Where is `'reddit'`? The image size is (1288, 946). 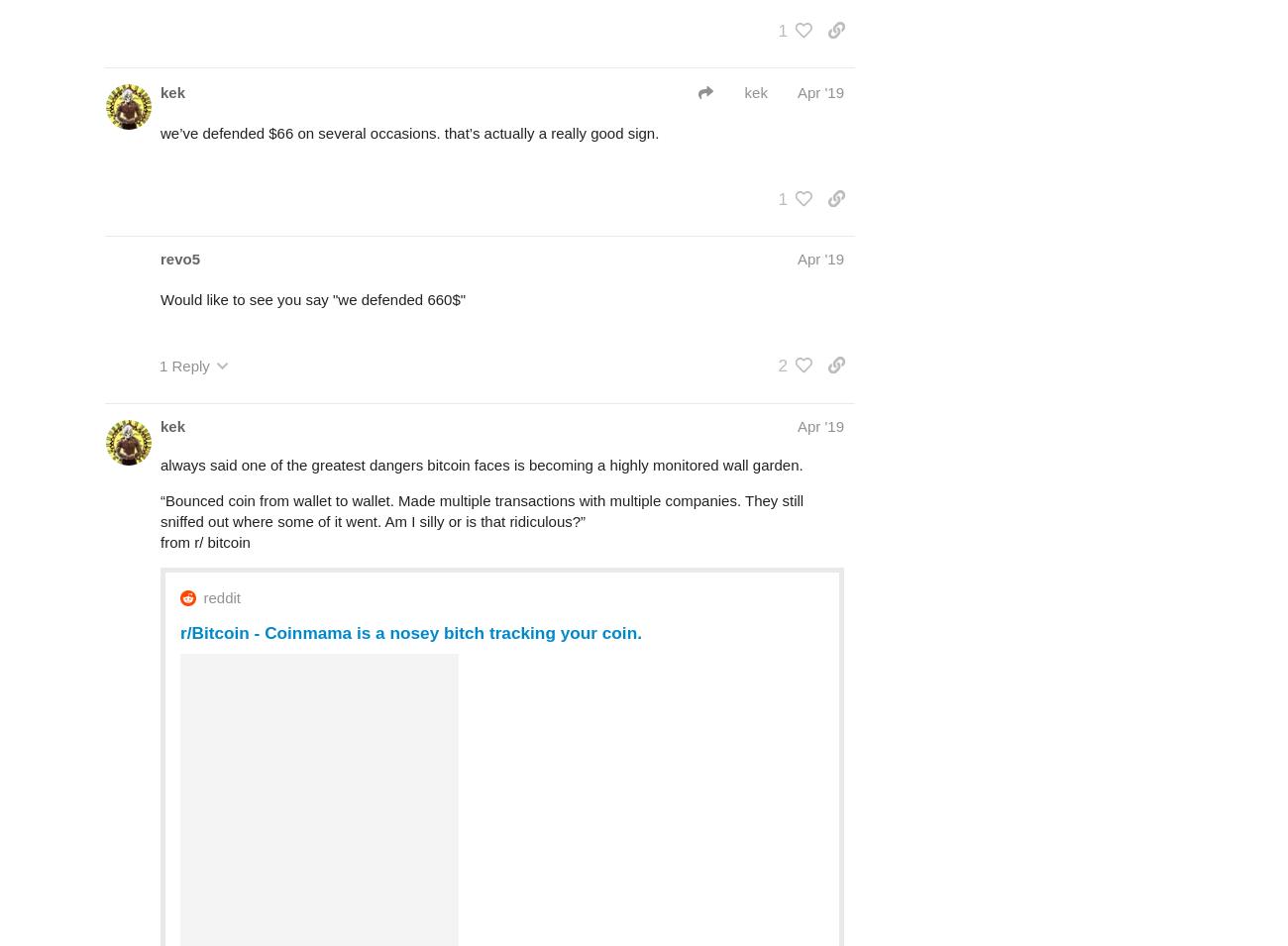 'reddit' is located at coordinates (220, 597).